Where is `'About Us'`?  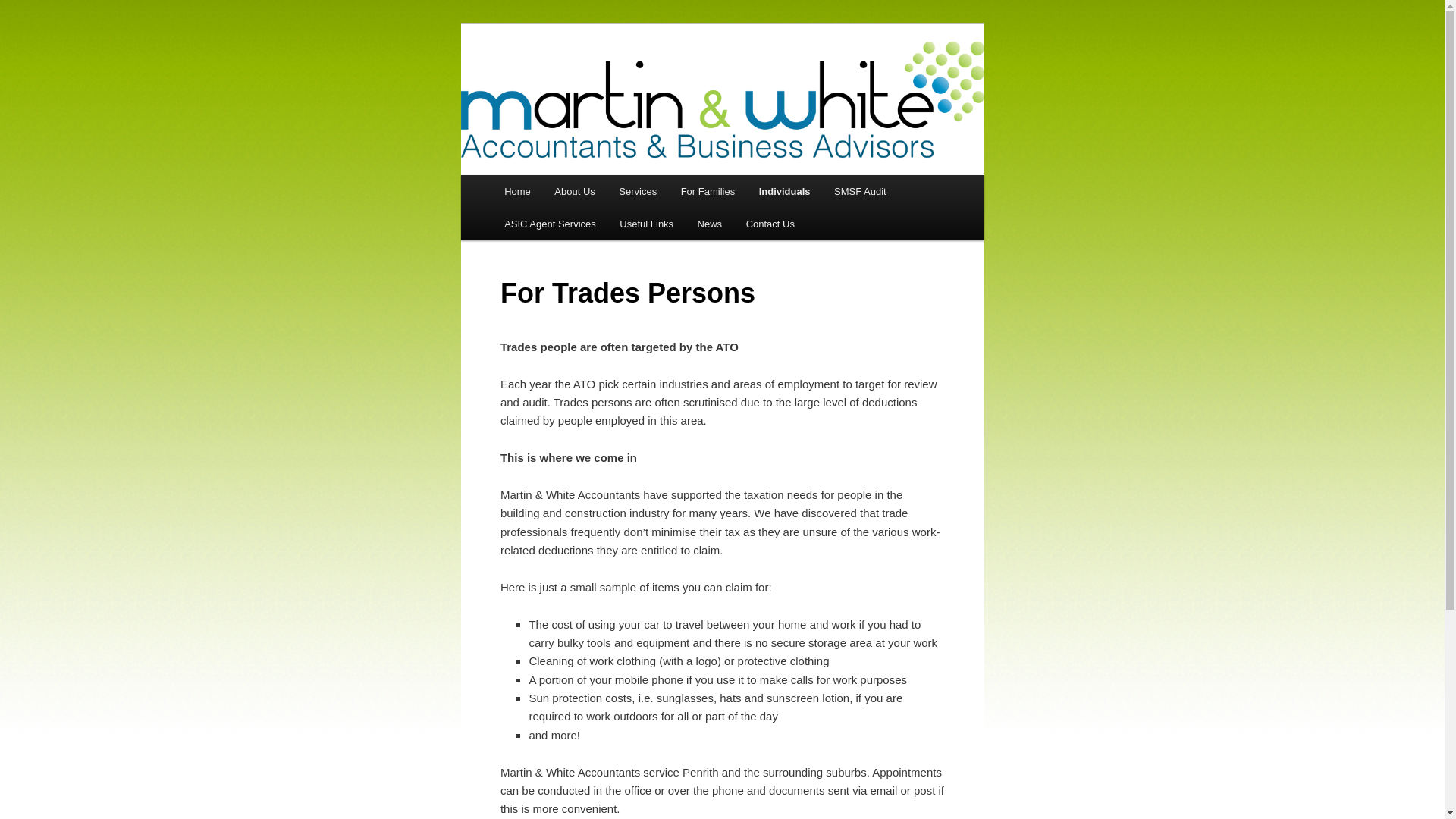 'About Us' is located at coordinates (574, 190).